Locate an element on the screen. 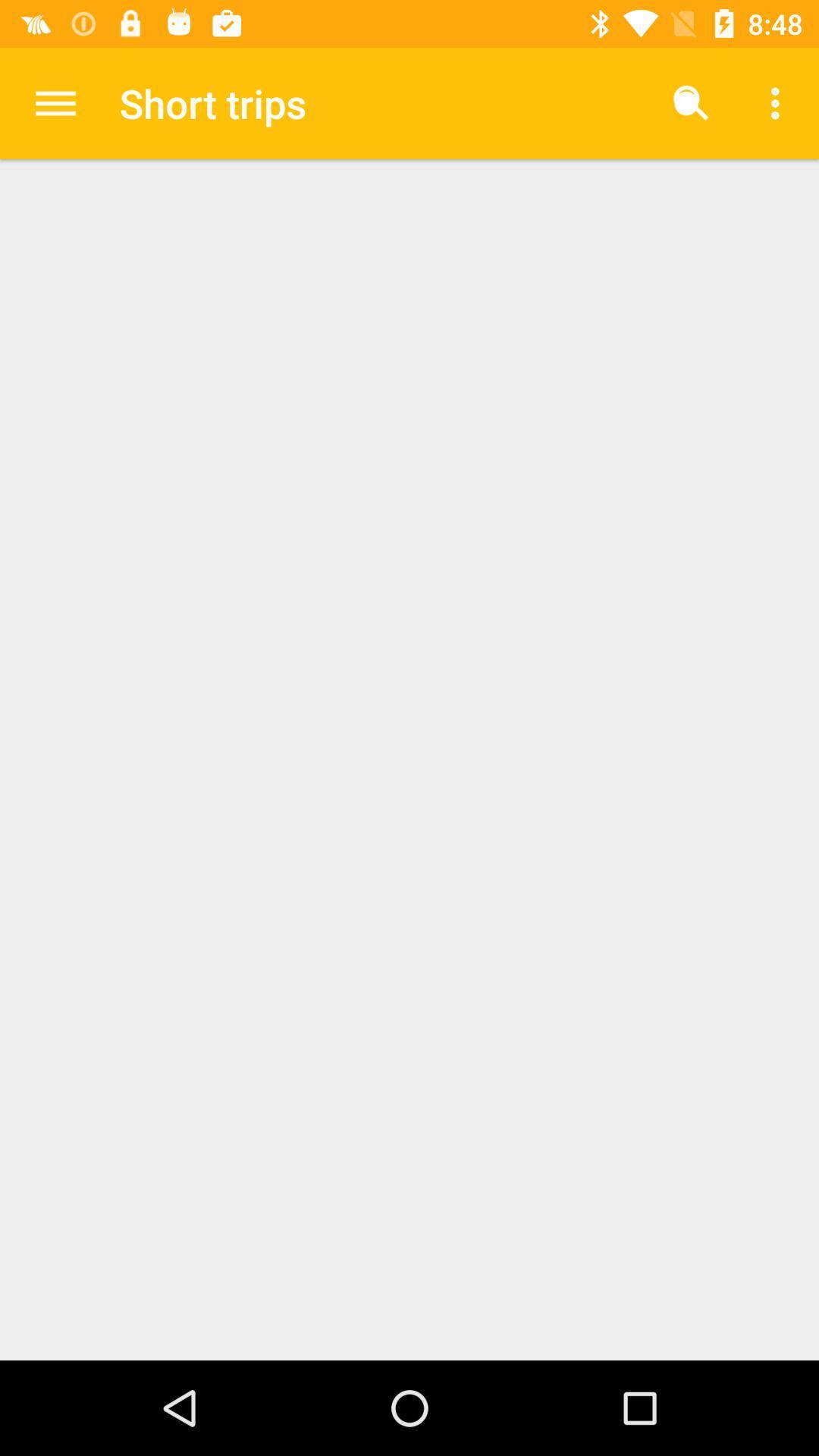  icon to the right of the short trips is located at coordinates (691, 102).